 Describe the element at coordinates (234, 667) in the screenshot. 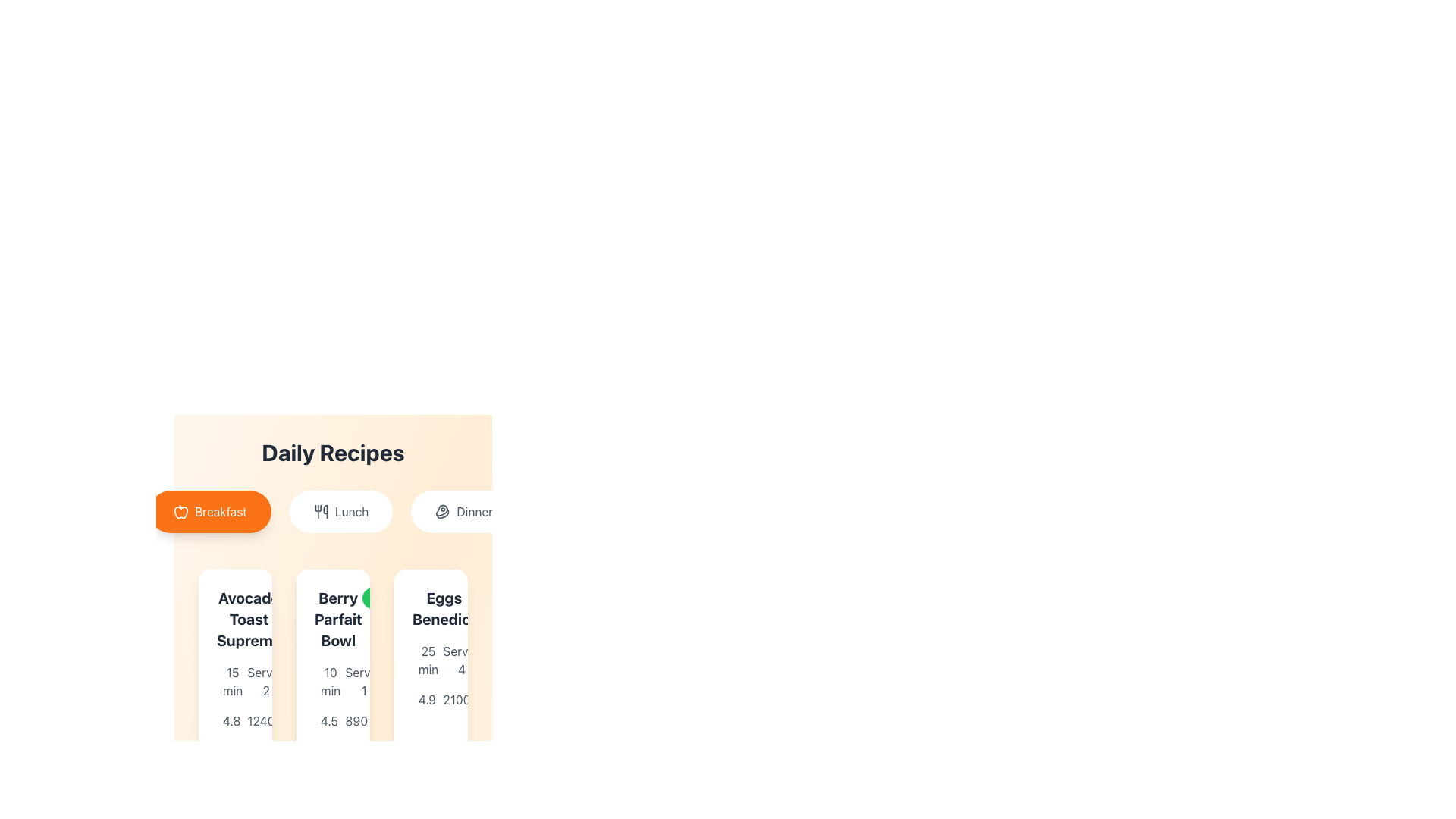

I see `the rating or likes count of the Recipe Card located in the first column and first row of the grid layout to see detailed reviews` at that location.